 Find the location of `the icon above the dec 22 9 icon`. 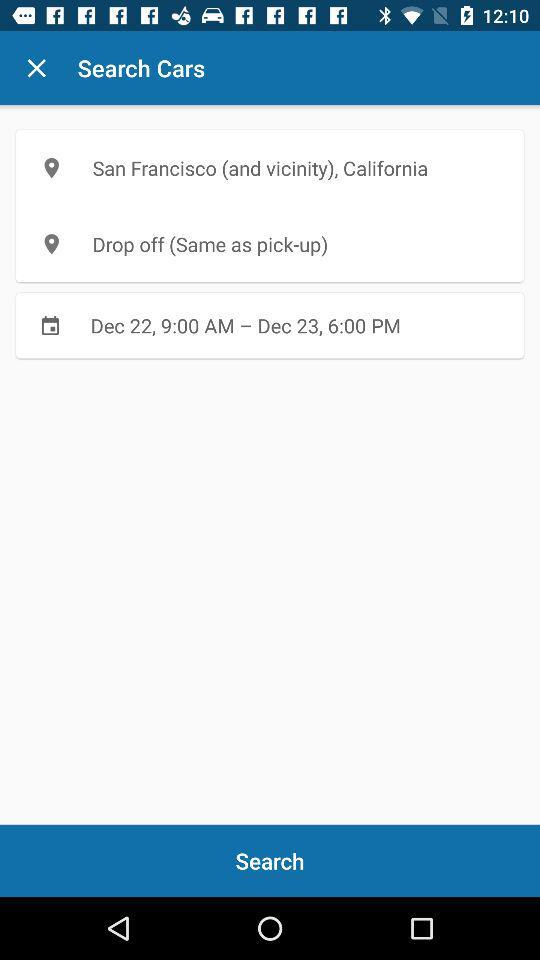

the icon above the dec 22 9 icon is located at coordinates (270, 243).